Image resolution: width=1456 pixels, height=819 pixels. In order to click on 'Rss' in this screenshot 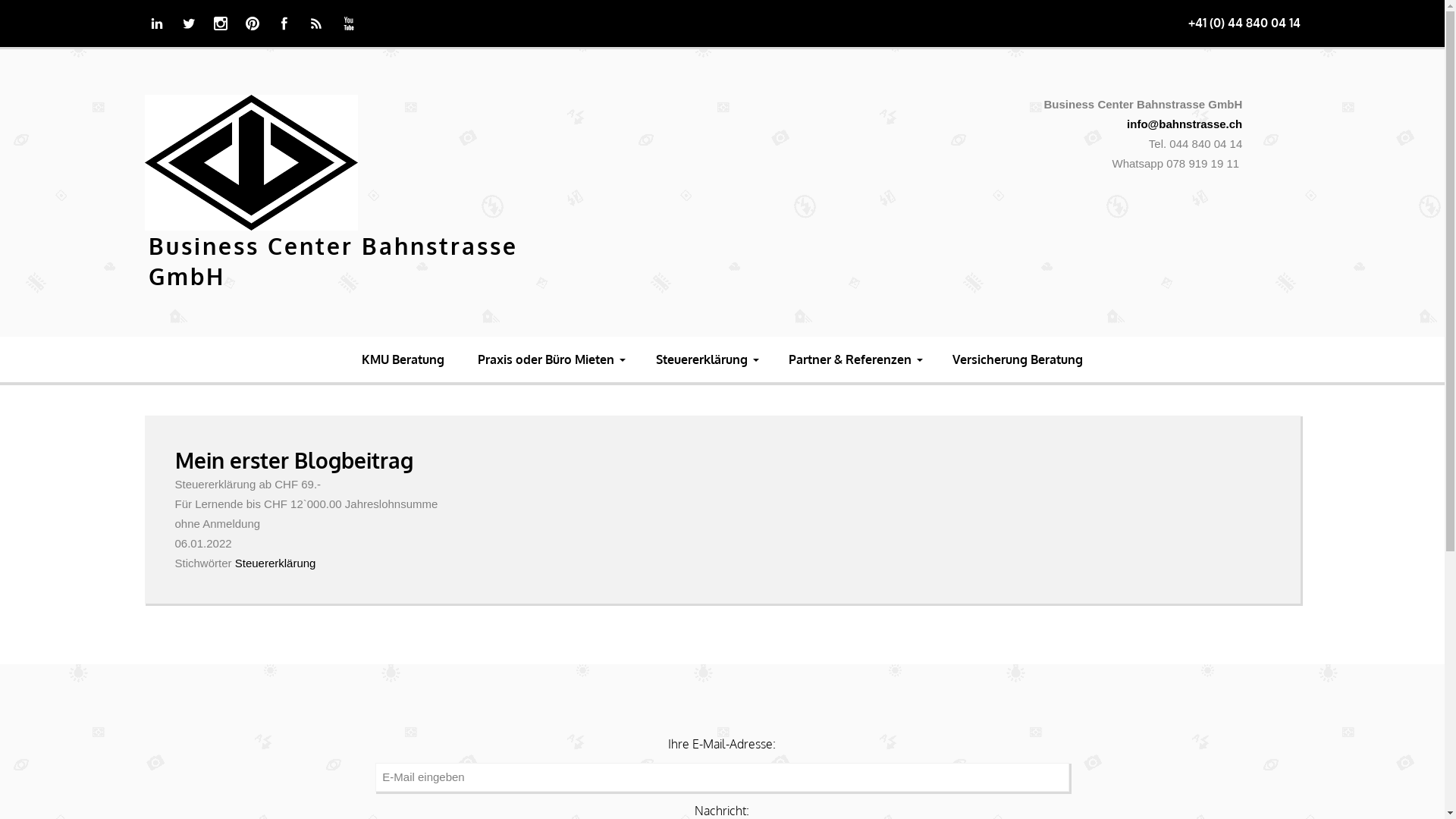, I will do `click(315, 23)`.